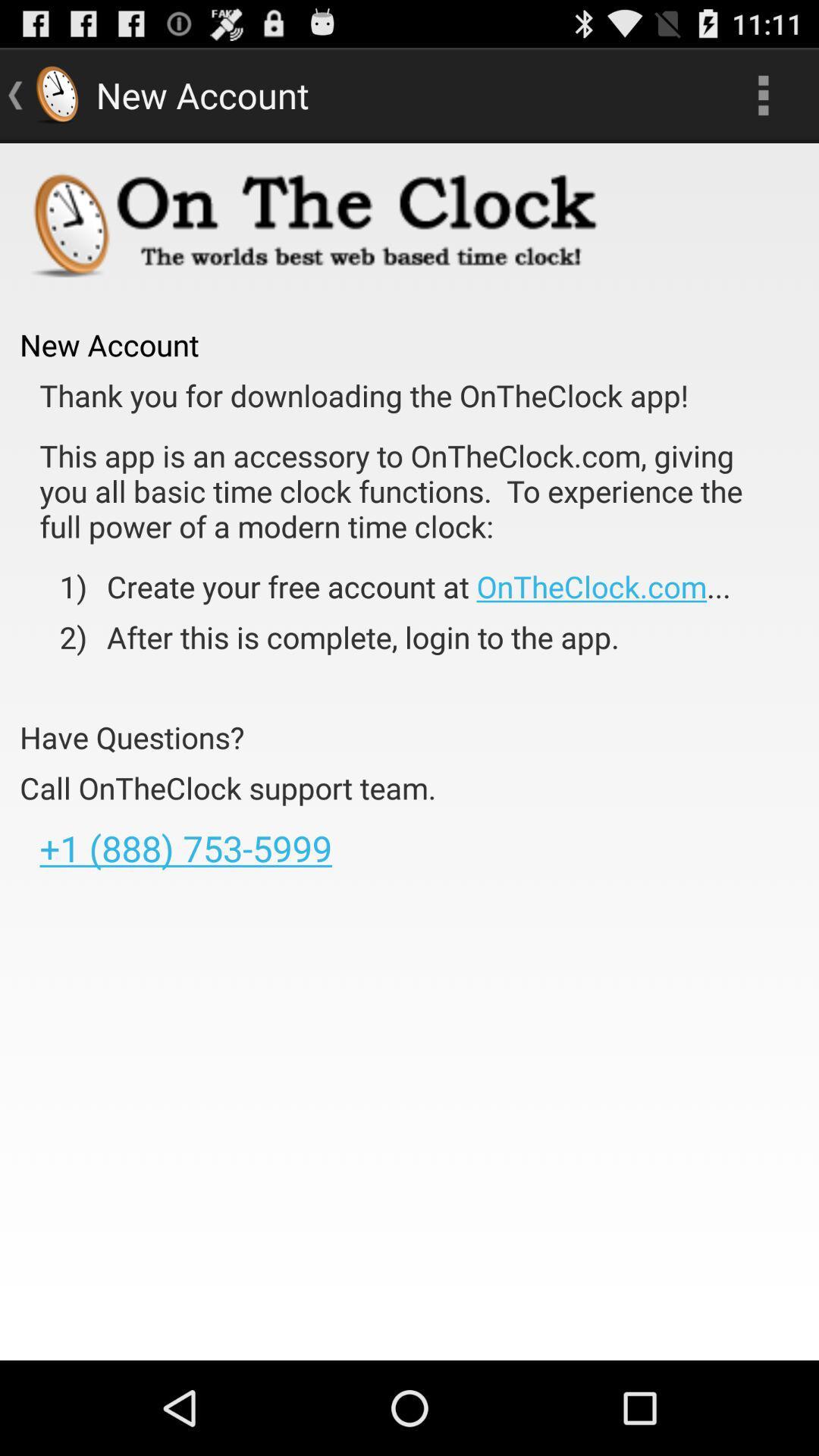 Image resolution: width=819 pixels, height=1456 pixels. Describe the element at coordinates (131, 737) in the screenshot. I see `the have questions? icon` at that location.